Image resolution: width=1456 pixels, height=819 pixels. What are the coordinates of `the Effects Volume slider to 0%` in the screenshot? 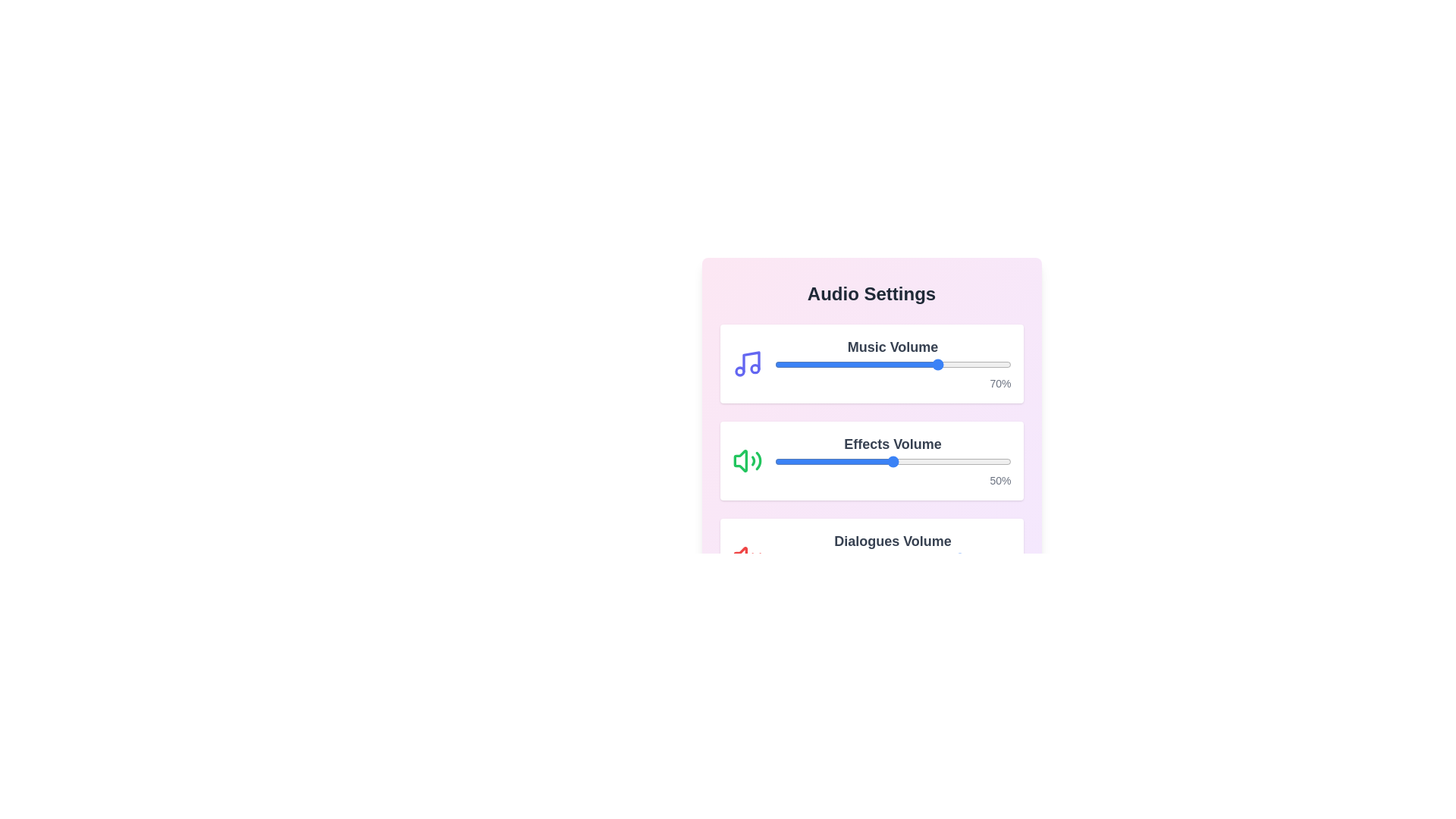 It's located at (774, 461).